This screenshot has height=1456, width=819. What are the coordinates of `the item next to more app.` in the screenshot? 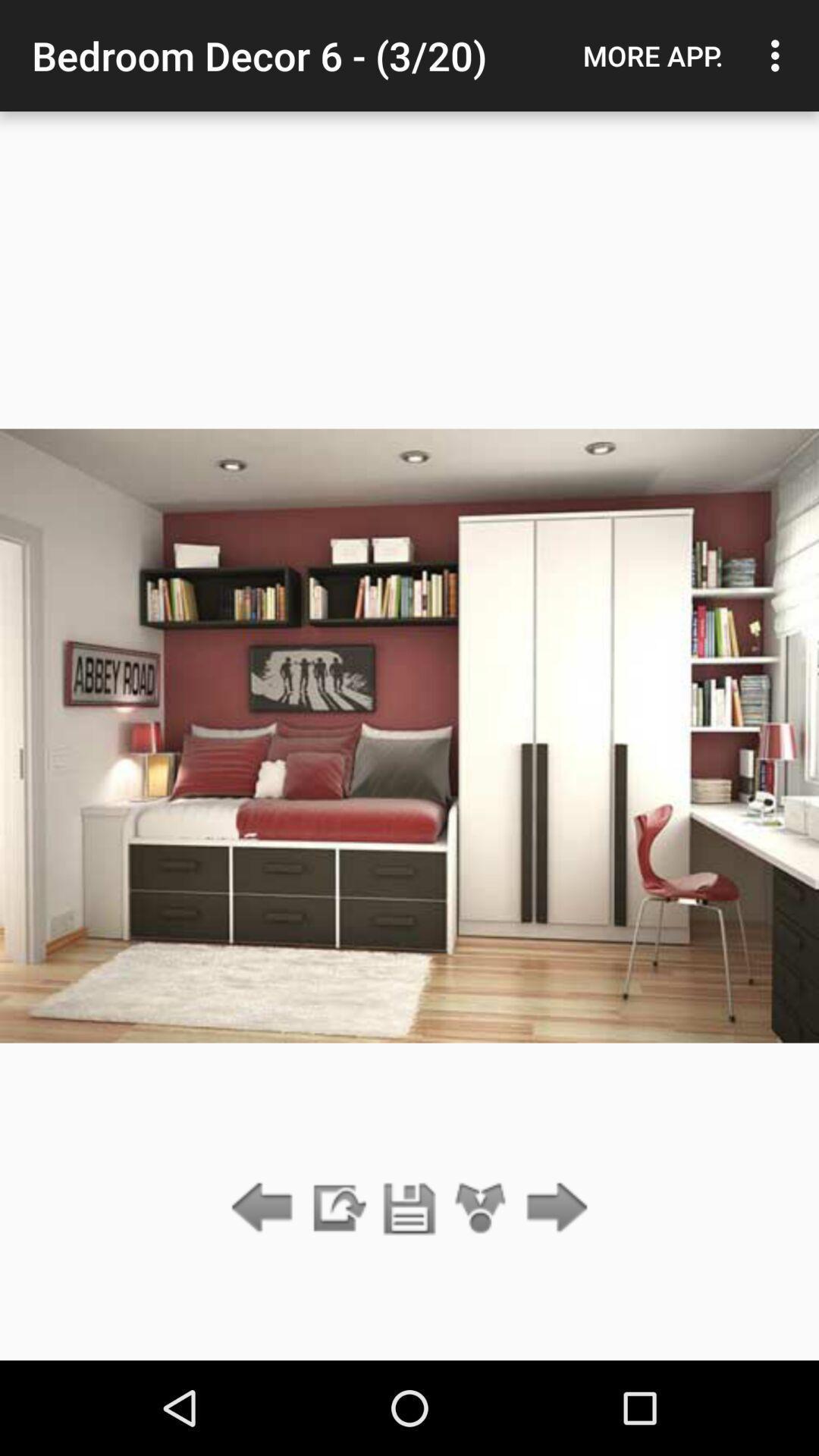 It's located at (779, 55).